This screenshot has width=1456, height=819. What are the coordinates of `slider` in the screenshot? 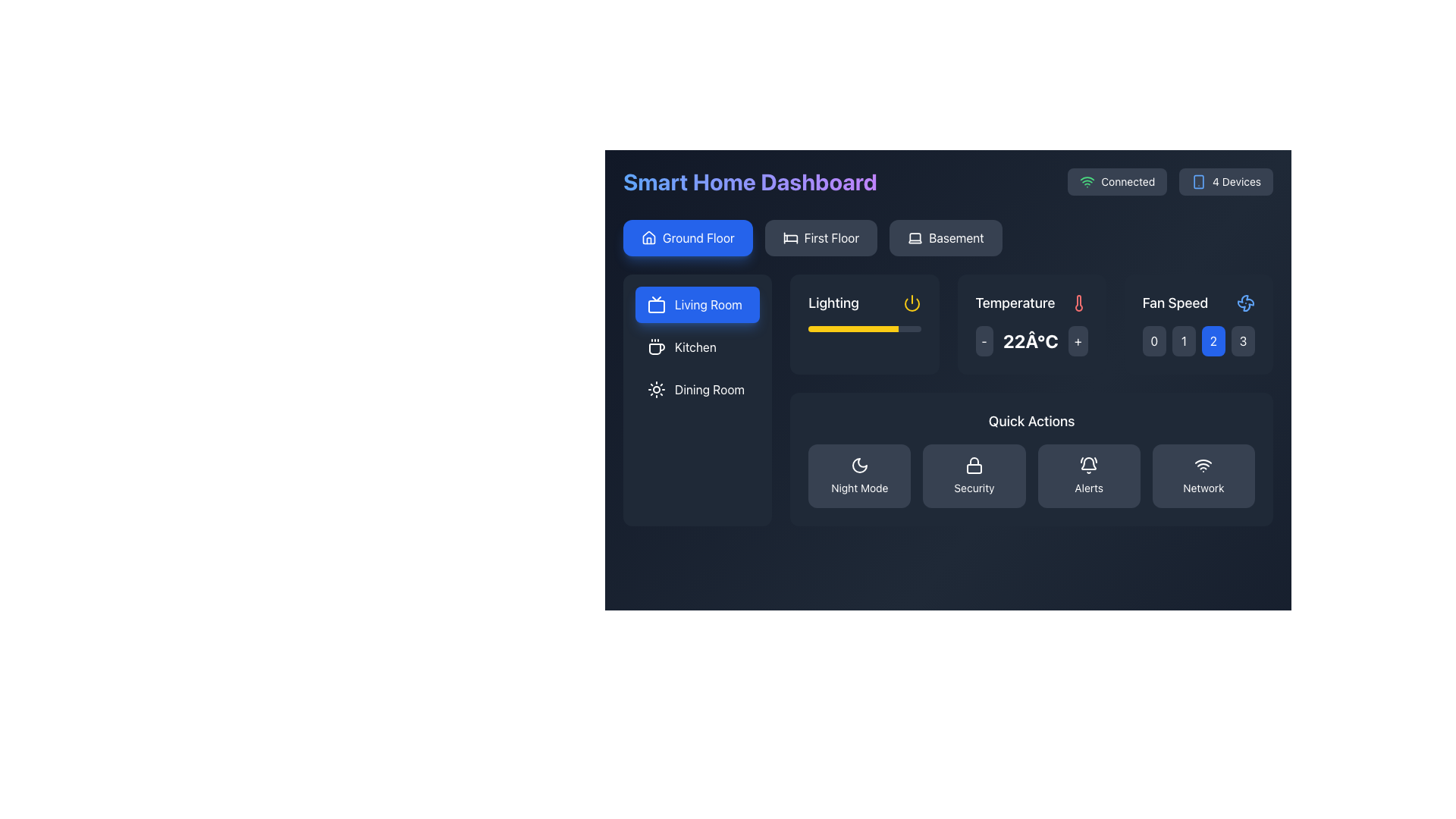 It's located at (836, 328).